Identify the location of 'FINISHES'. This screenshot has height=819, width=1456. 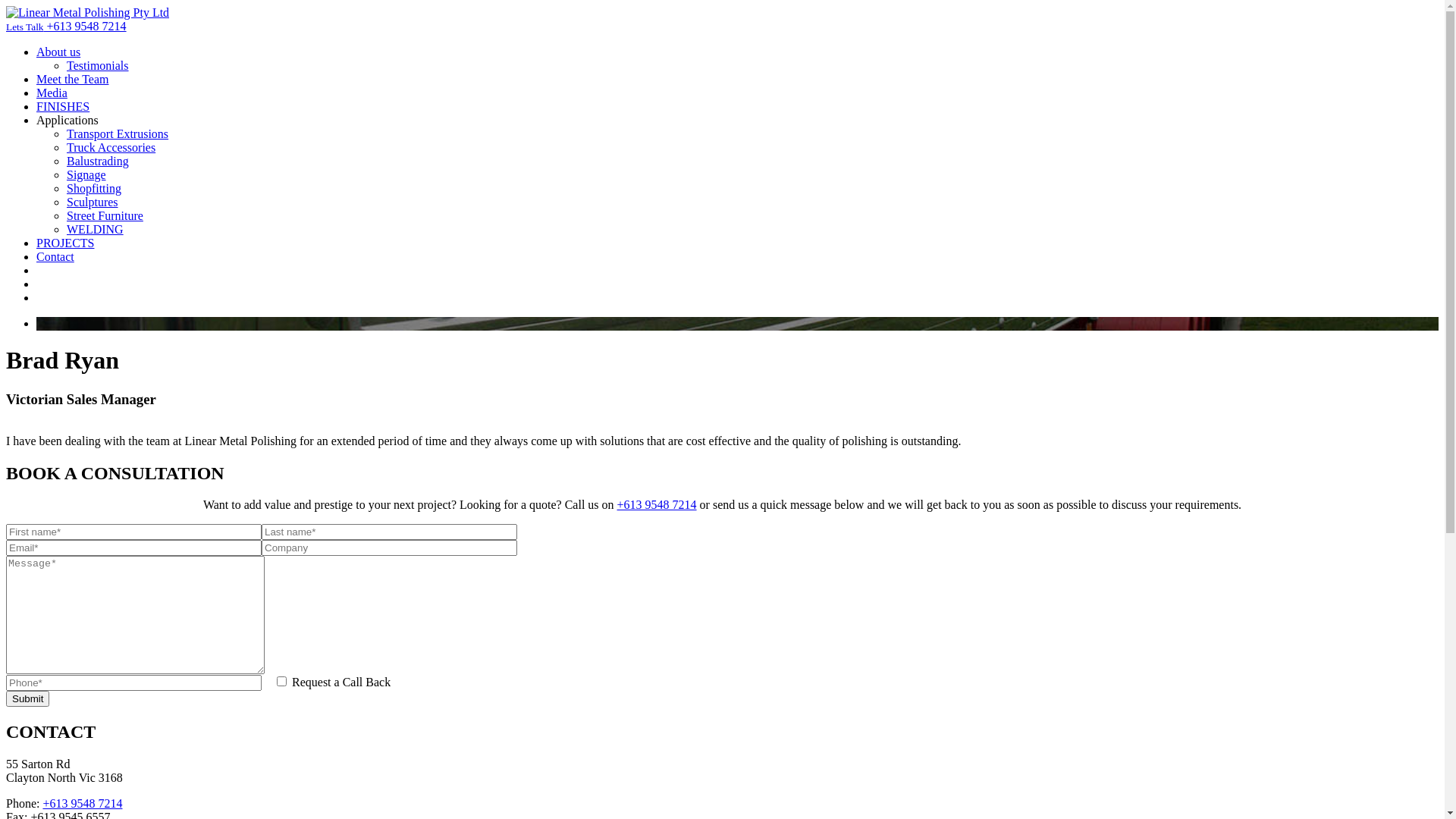
(36, 105).